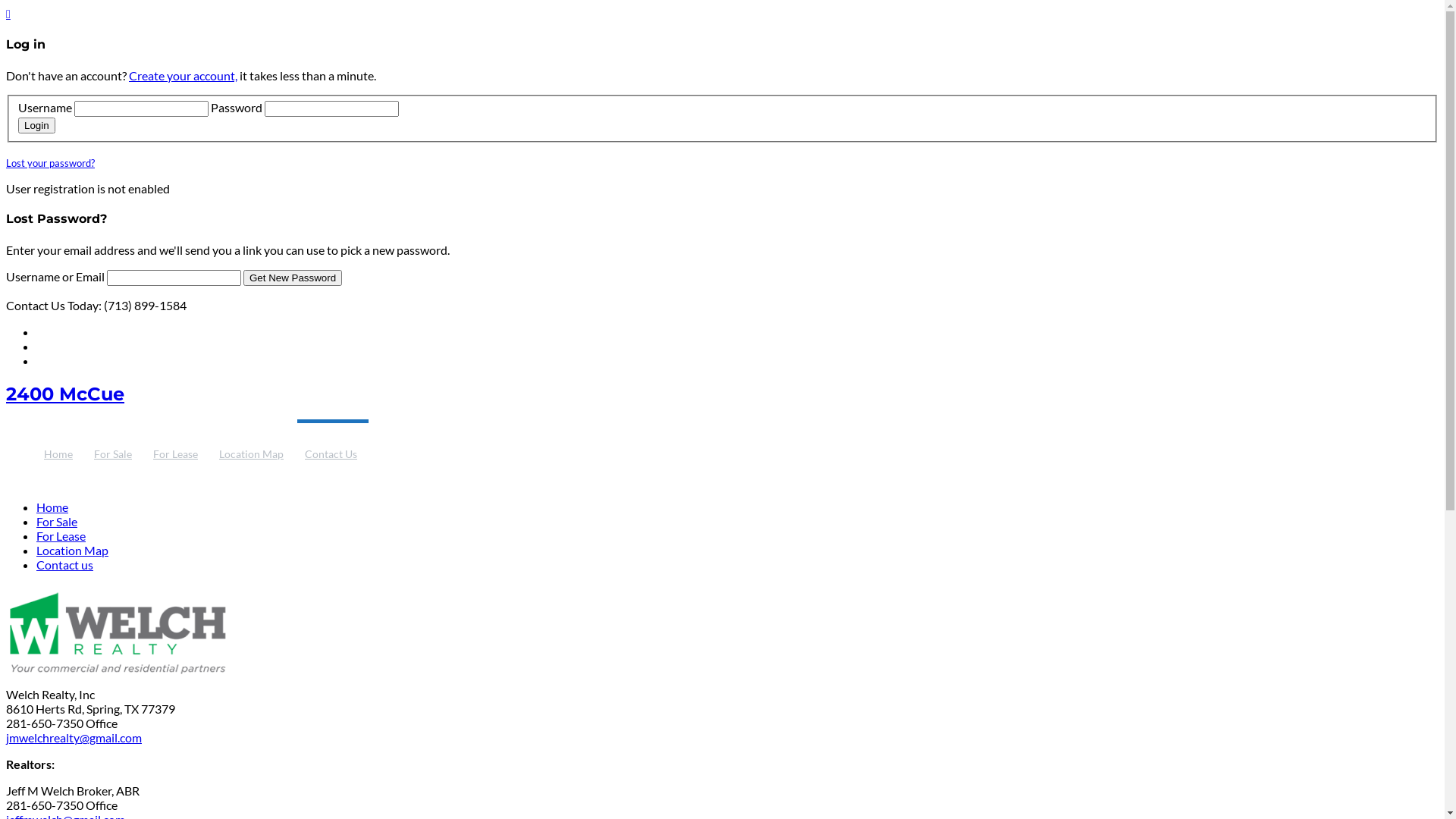  I want to click on 'Home', so click(60, 444).